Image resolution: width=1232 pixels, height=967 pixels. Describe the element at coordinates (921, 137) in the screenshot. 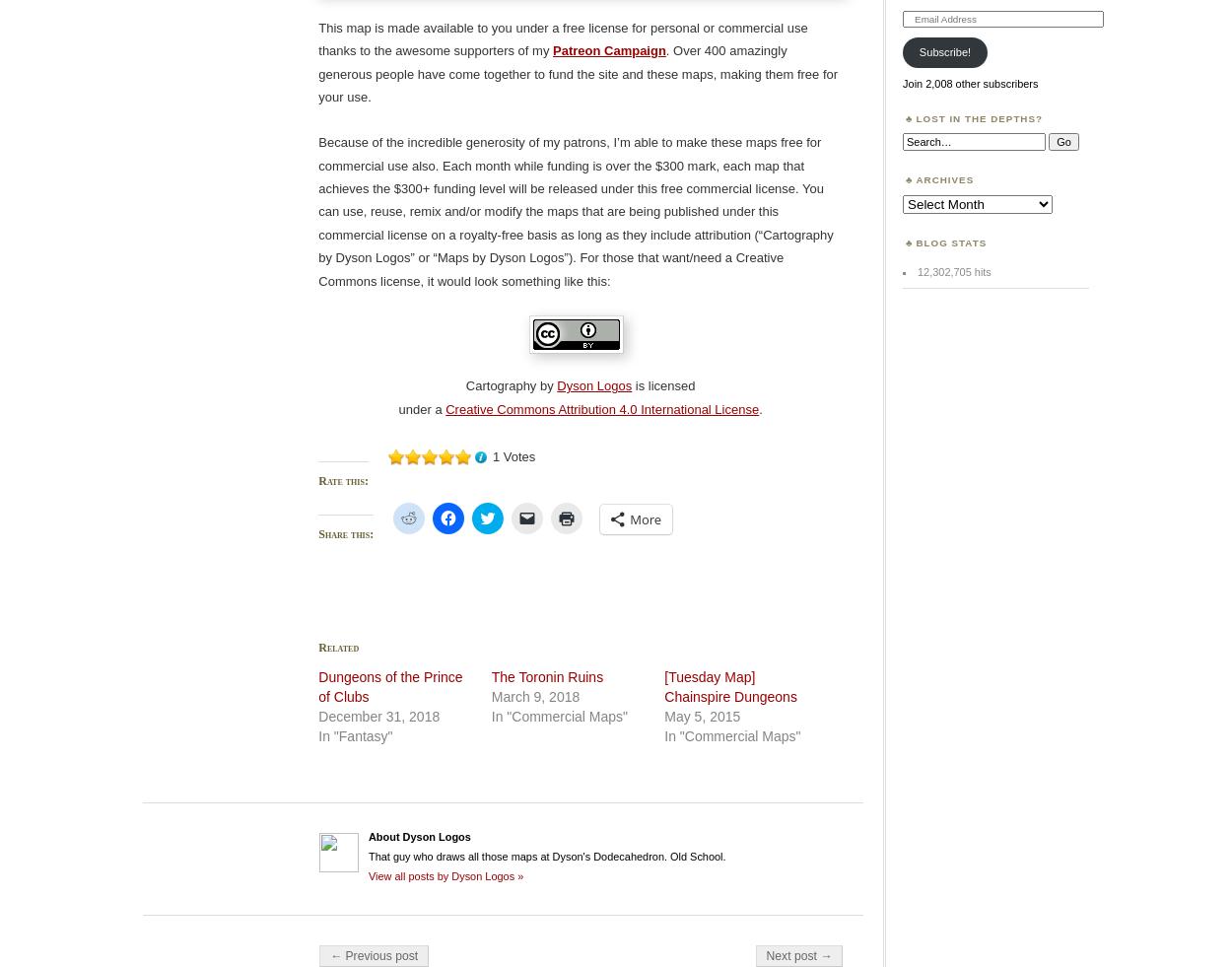

I see `'Search:'` at that location.